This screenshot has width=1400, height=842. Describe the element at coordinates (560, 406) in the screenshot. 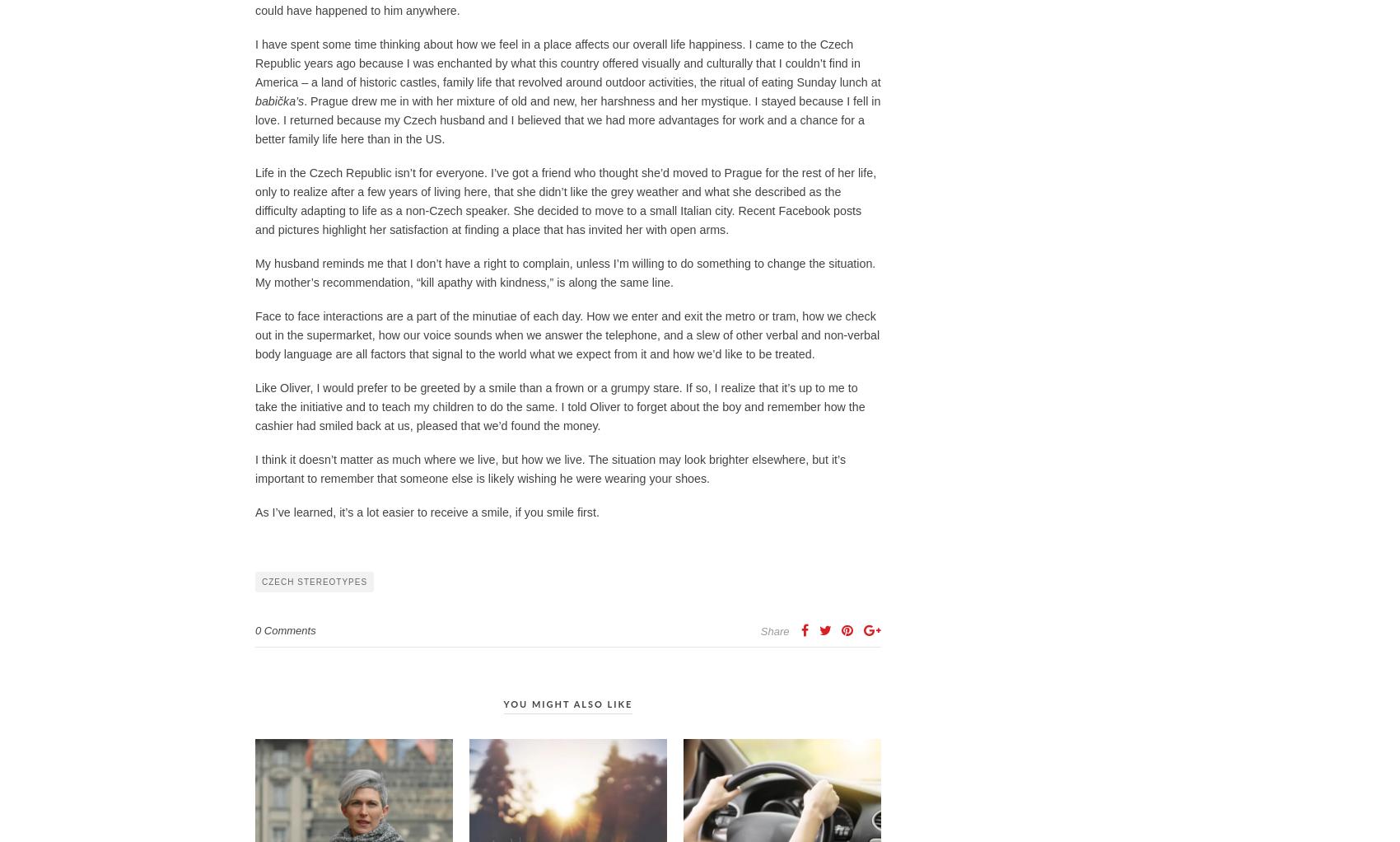

I see `'Like Oliver, I would prefer to be greeted by a smile than a frown or a grumpy stare. If so, I realize that it’s up to me to take the initiative and to teach my children to do the same. I told Oliver to forget about the boy and remember how the cashier had smiled back at us, pleased that we’d found the money.'` at that location.